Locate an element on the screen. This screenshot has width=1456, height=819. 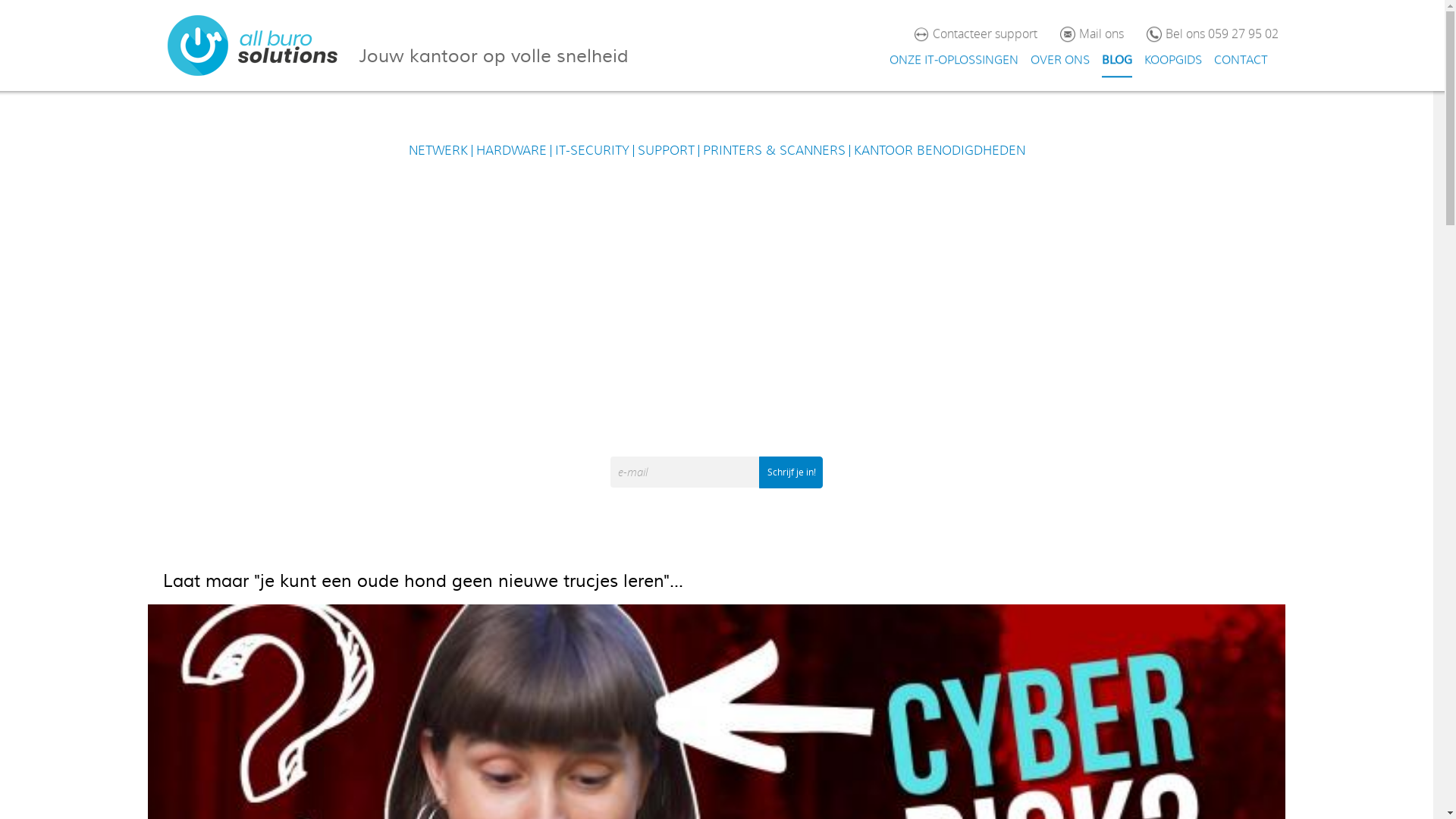
'ONZE IT-OPLOSSINGEN' is located at coordinates (952, 60).